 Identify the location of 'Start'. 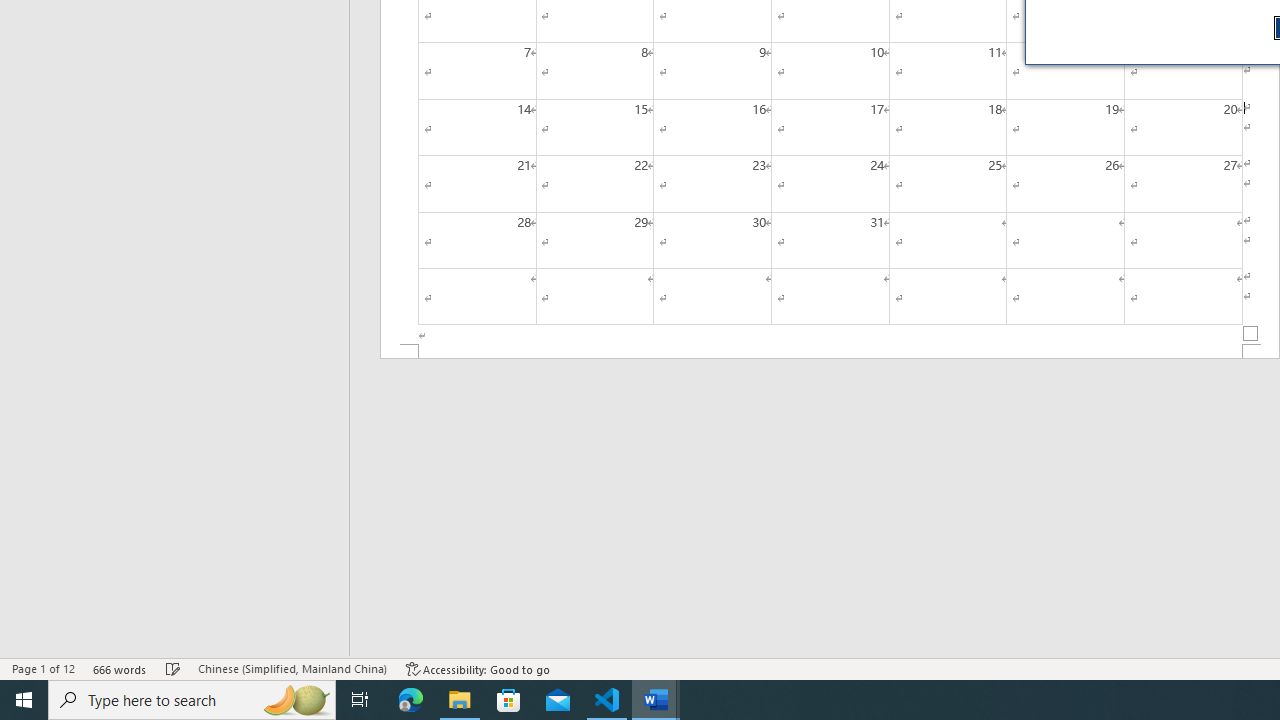
(24, 698).